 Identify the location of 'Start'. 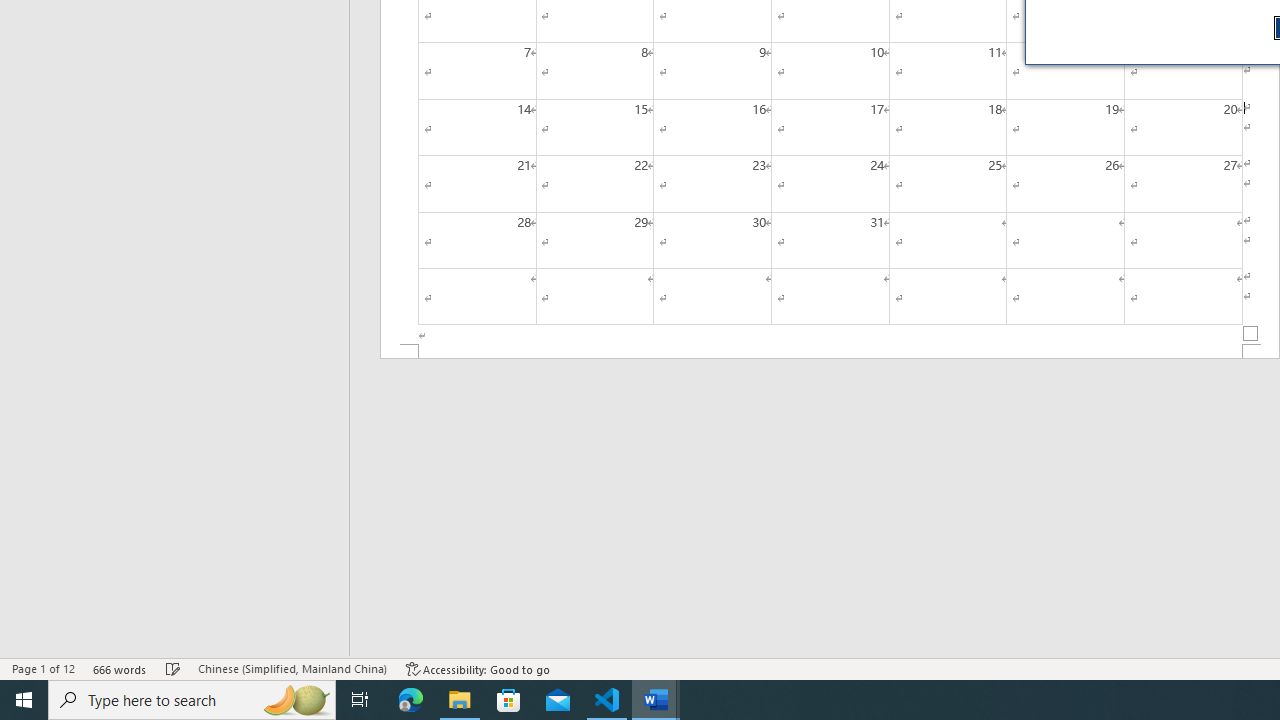
(24, 698).